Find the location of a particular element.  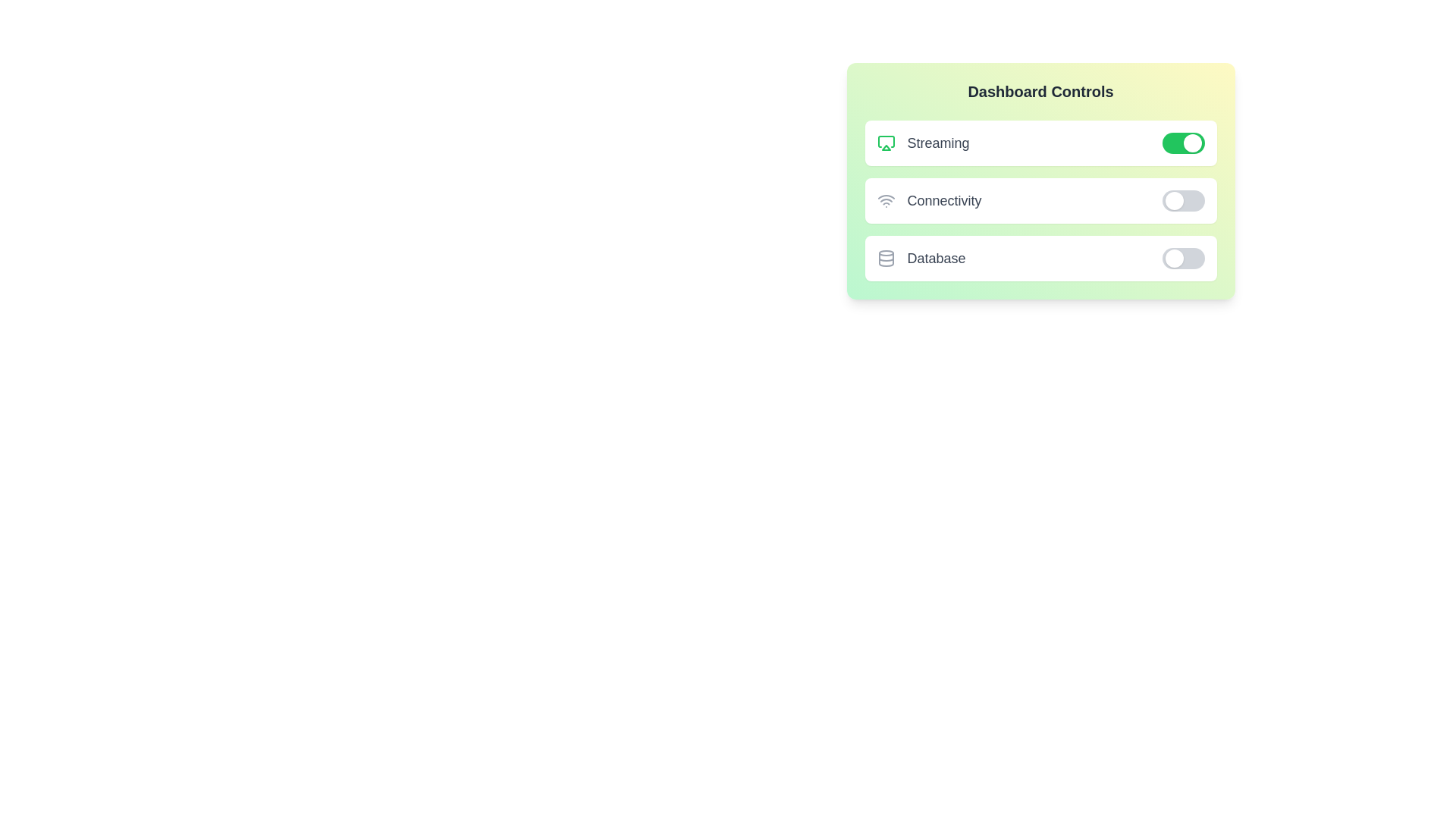

the icon corresponding to the widget labeled Streaming is located at coordinates (886, 143).